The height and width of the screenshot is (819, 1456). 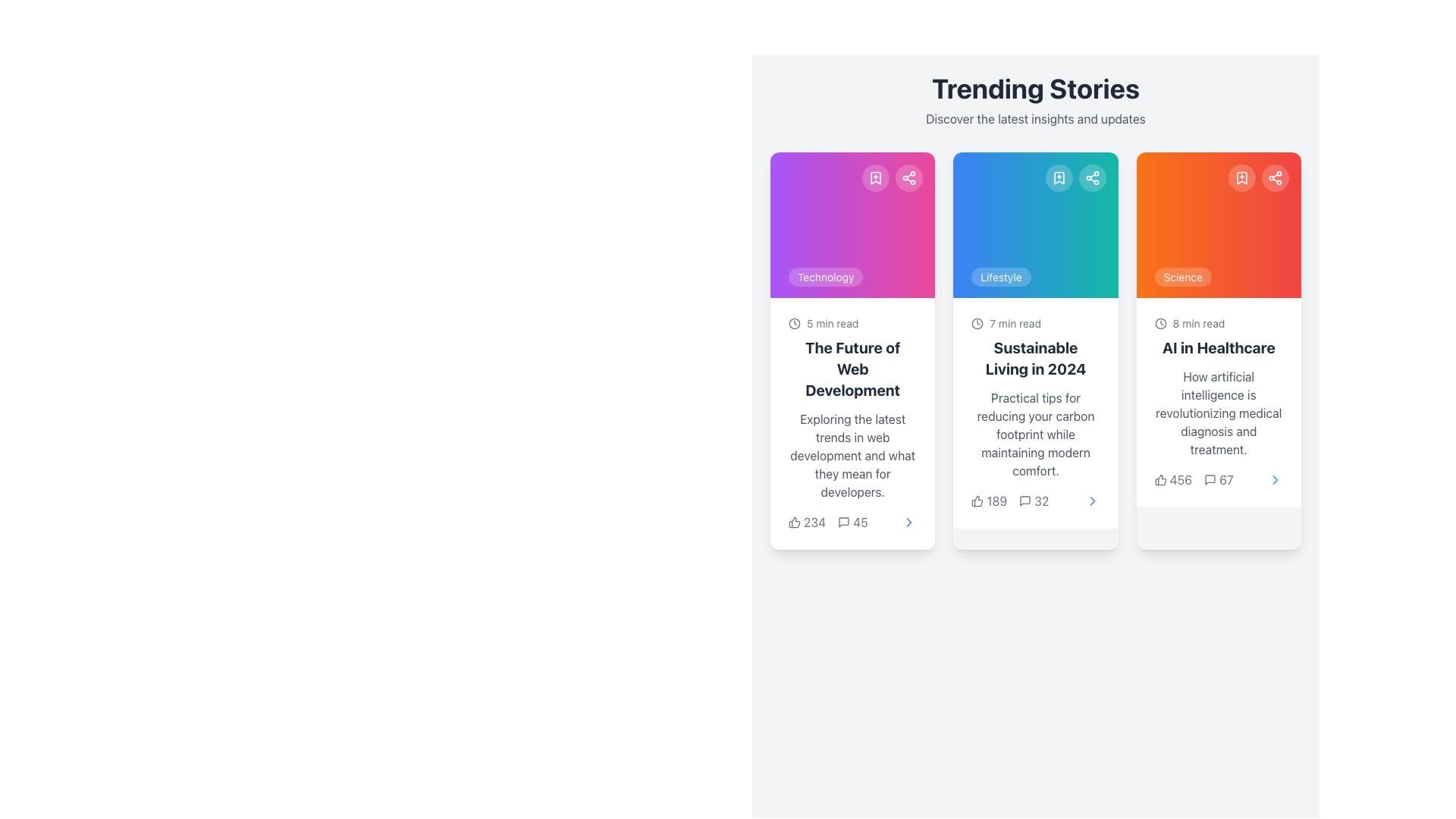 What do you see at coordinates (1033, 500) in the screenshot?
I see `the read-only label displaying the numerical value '32' next to a speech bubble icon, which is styled in gray and located at the bottom of the card titled 'Sustainable Living in 2024'` at bounding box center [1033, 500].